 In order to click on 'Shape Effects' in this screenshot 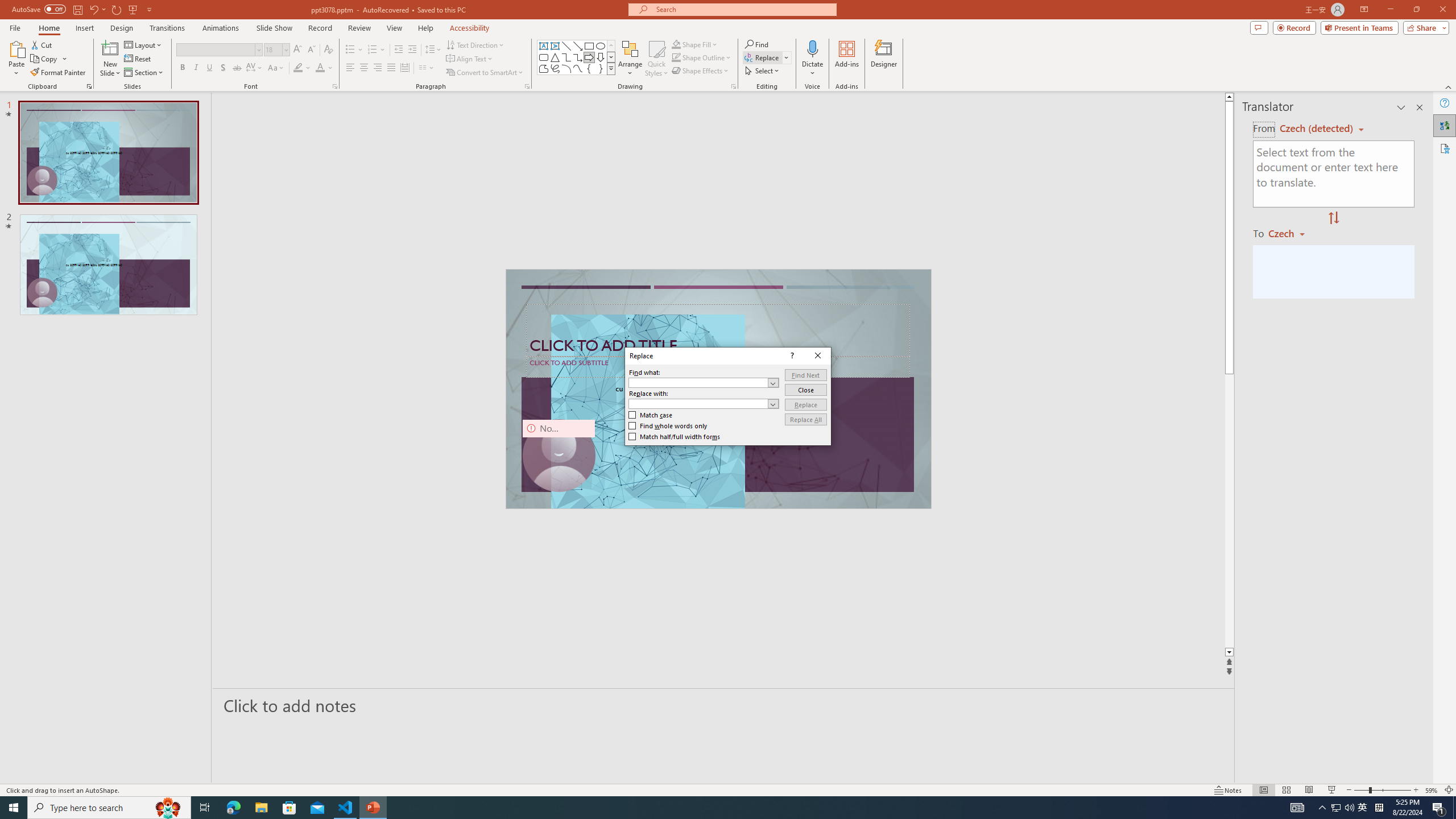, I will do `click(700, 69)`.